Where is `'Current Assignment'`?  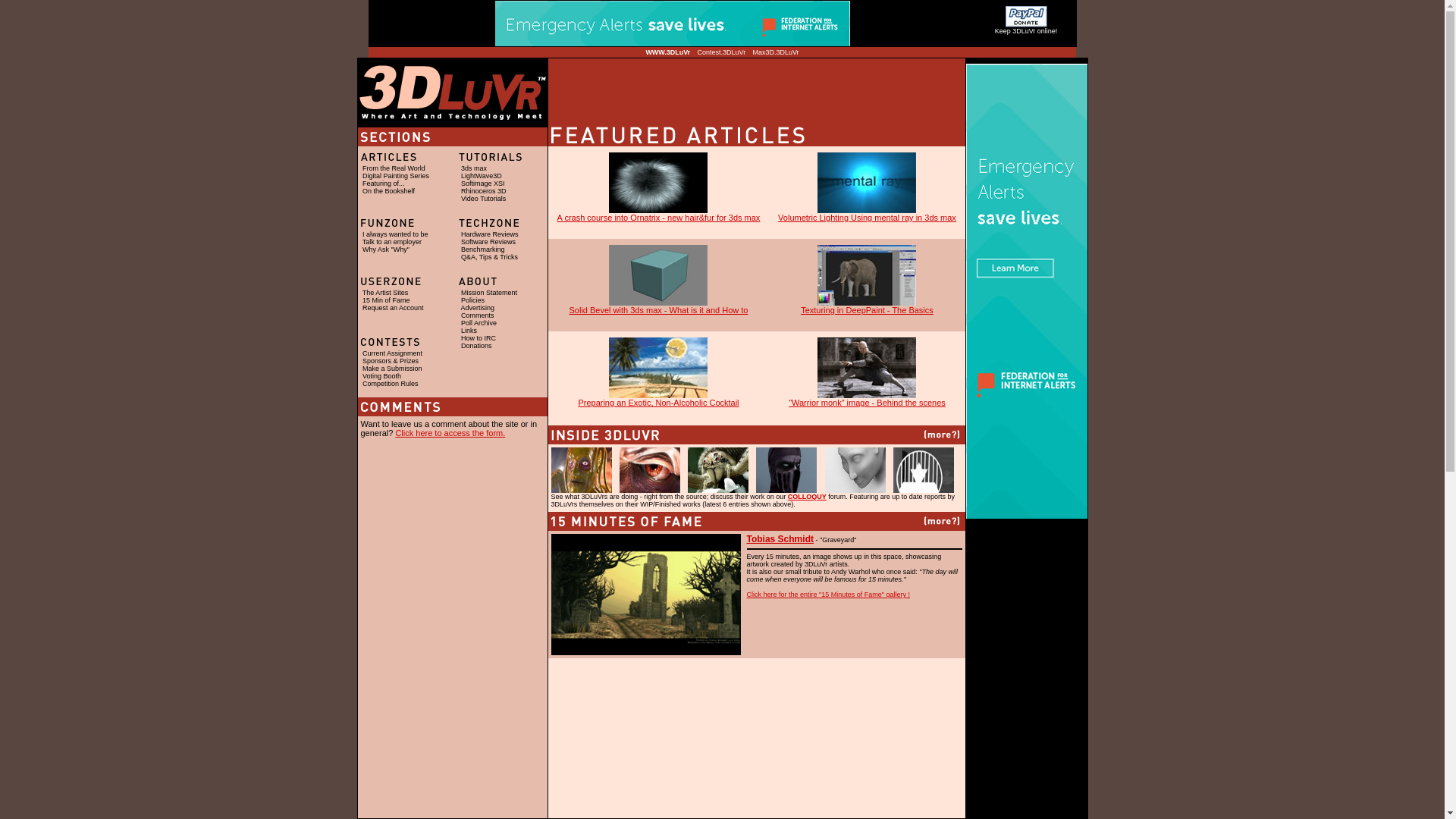 'Current Assignment' is located at coordinates (392, 353).